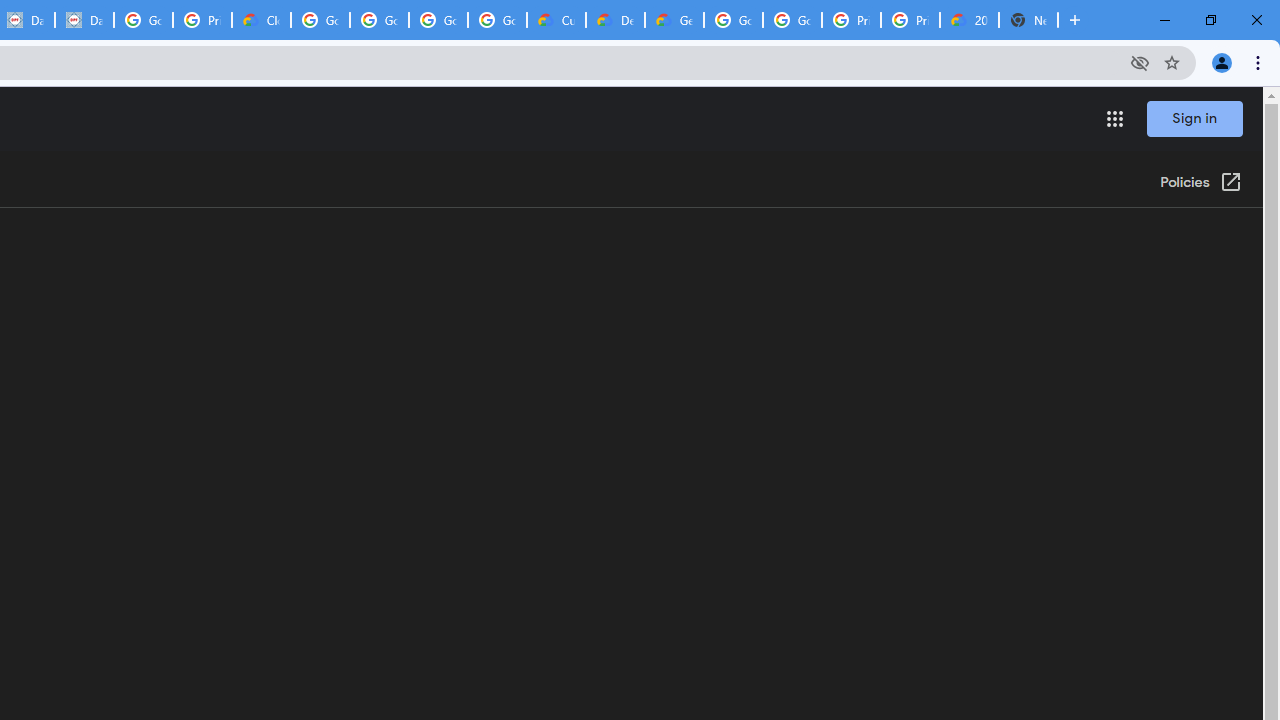 Image resolution: width=1280 pixels, height=720 pixels. I want to click on 'Gemini for Business and Developers | Google Cloud', so click(674, 20).